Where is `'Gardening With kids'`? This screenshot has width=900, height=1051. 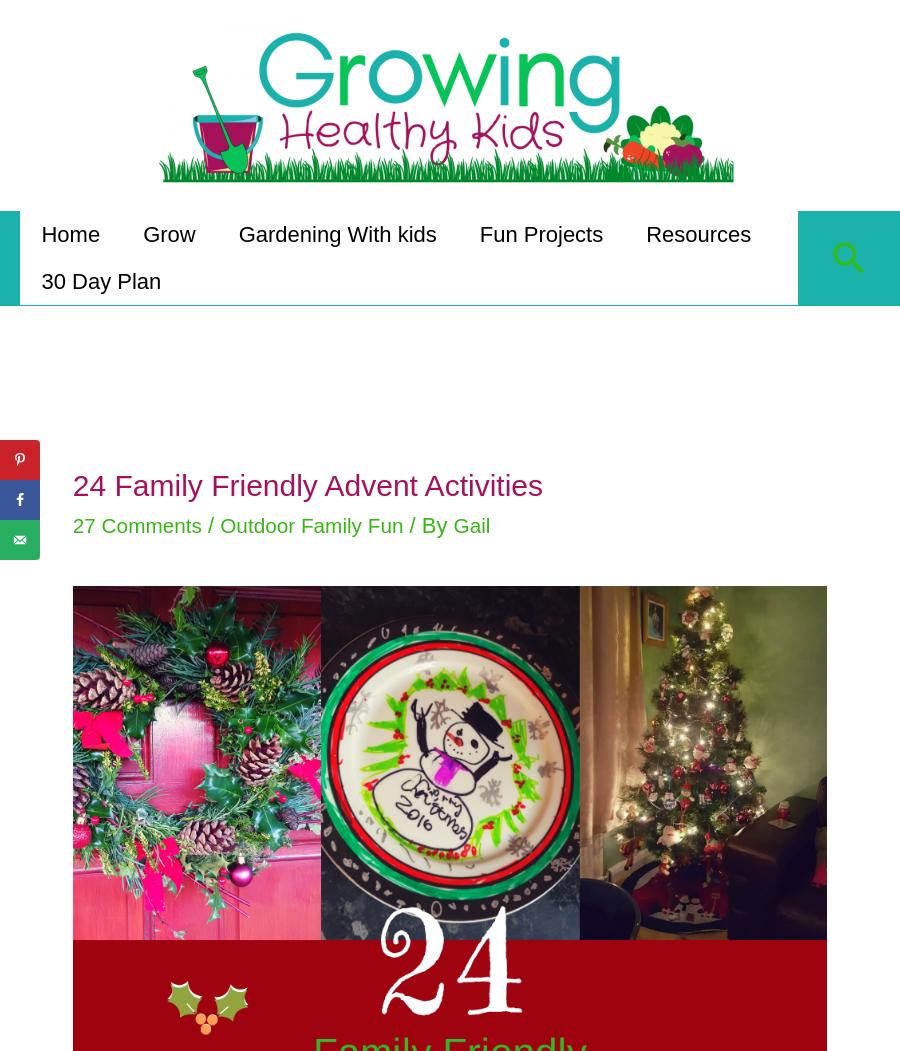
'Gardening With kids' is located at coordinates (240, 229).